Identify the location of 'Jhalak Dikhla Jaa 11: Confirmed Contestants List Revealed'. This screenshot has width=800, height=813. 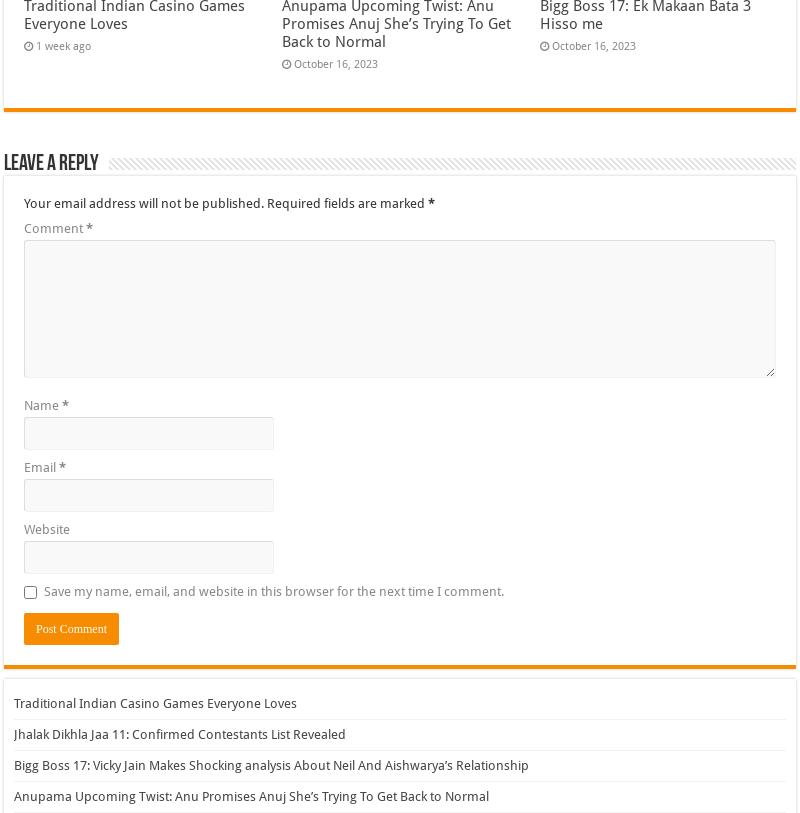
(14, 733).